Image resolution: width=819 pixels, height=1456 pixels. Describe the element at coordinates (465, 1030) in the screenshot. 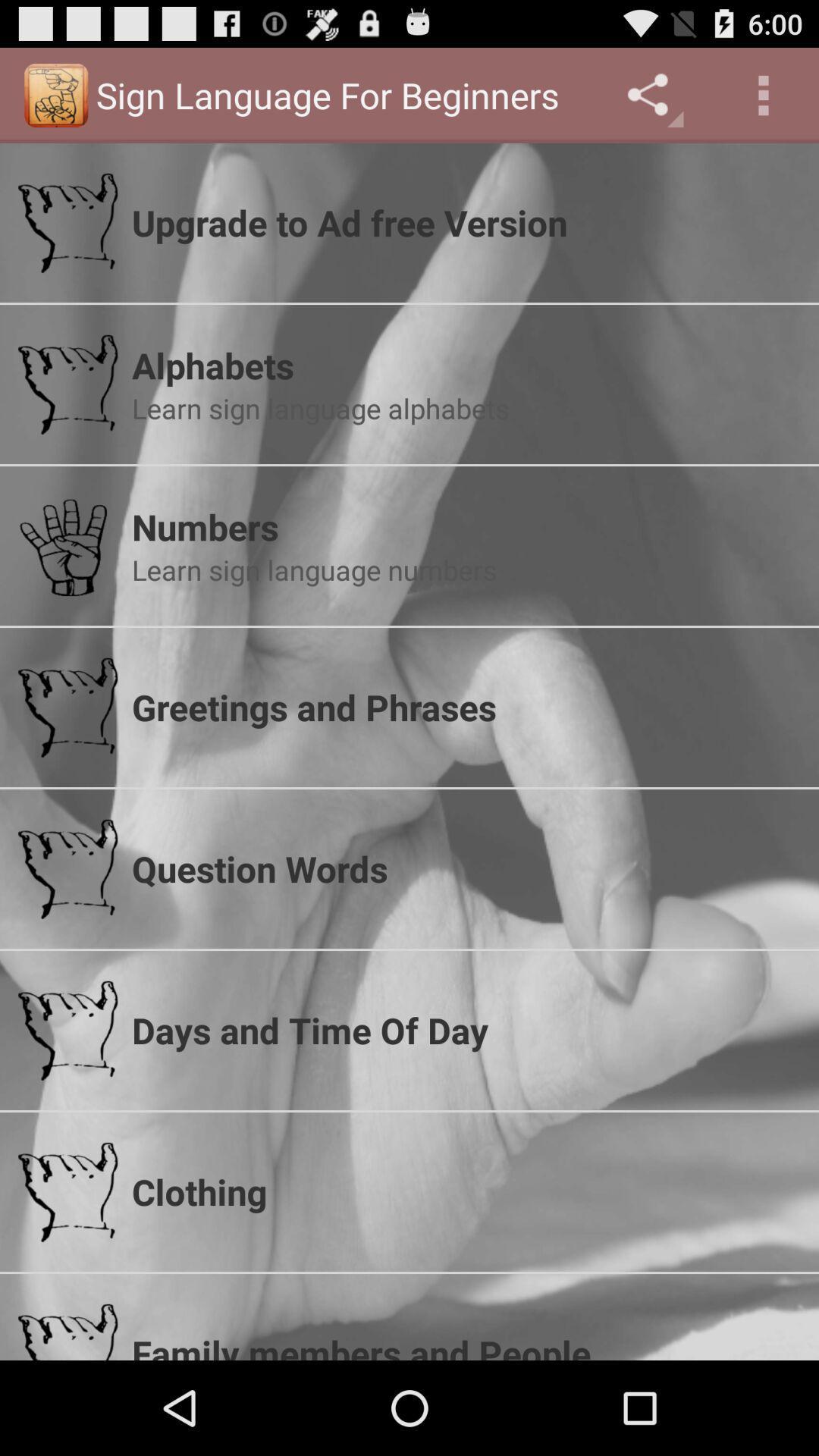

I see `the icon above clothing` at that location.